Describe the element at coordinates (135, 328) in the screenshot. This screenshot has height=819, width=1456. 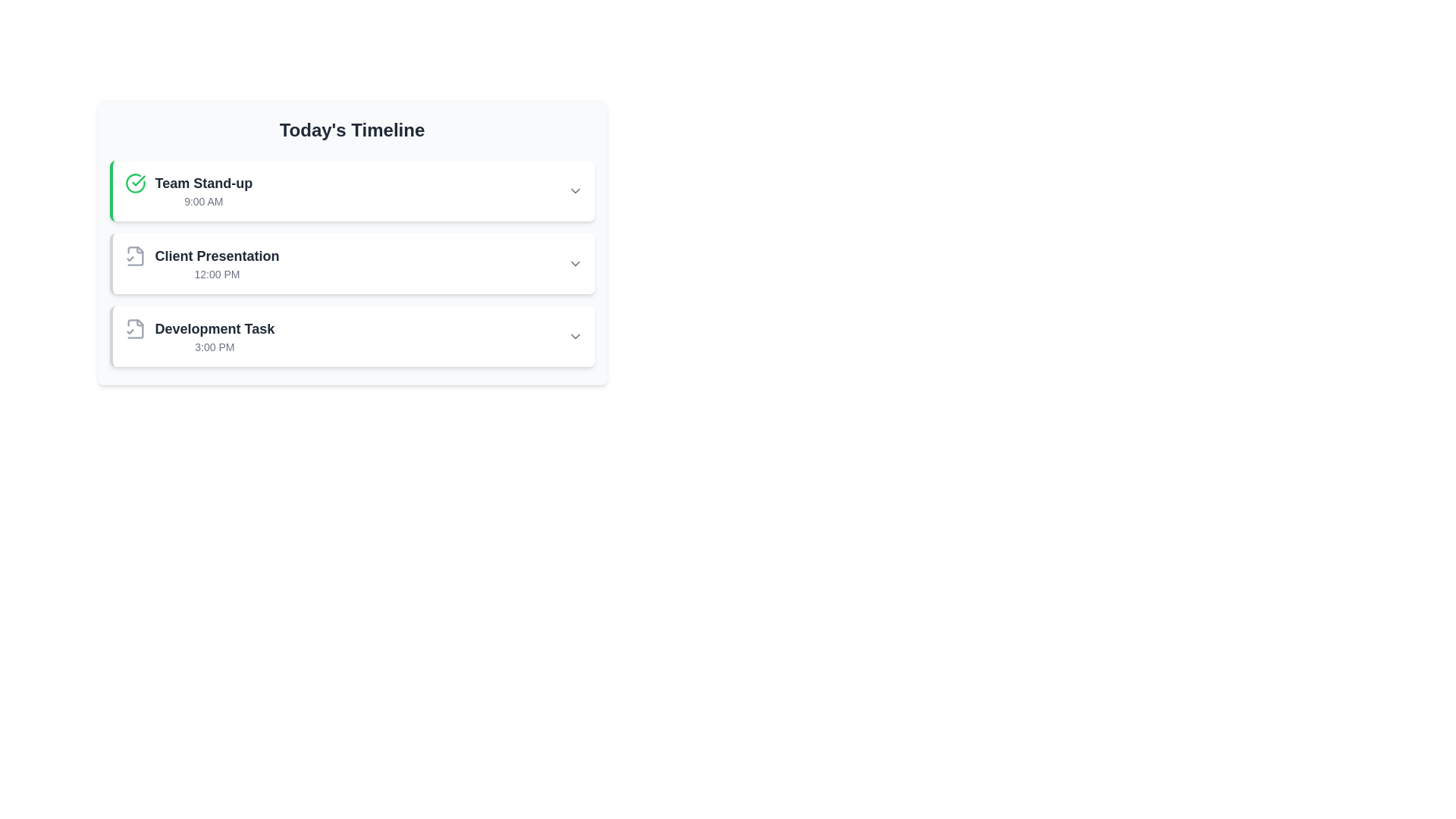
I see `the visual state of the small square-shaped icon resembling a file with a checkmark inside it, which is located to the left of the text 'Development Task'` at that location.